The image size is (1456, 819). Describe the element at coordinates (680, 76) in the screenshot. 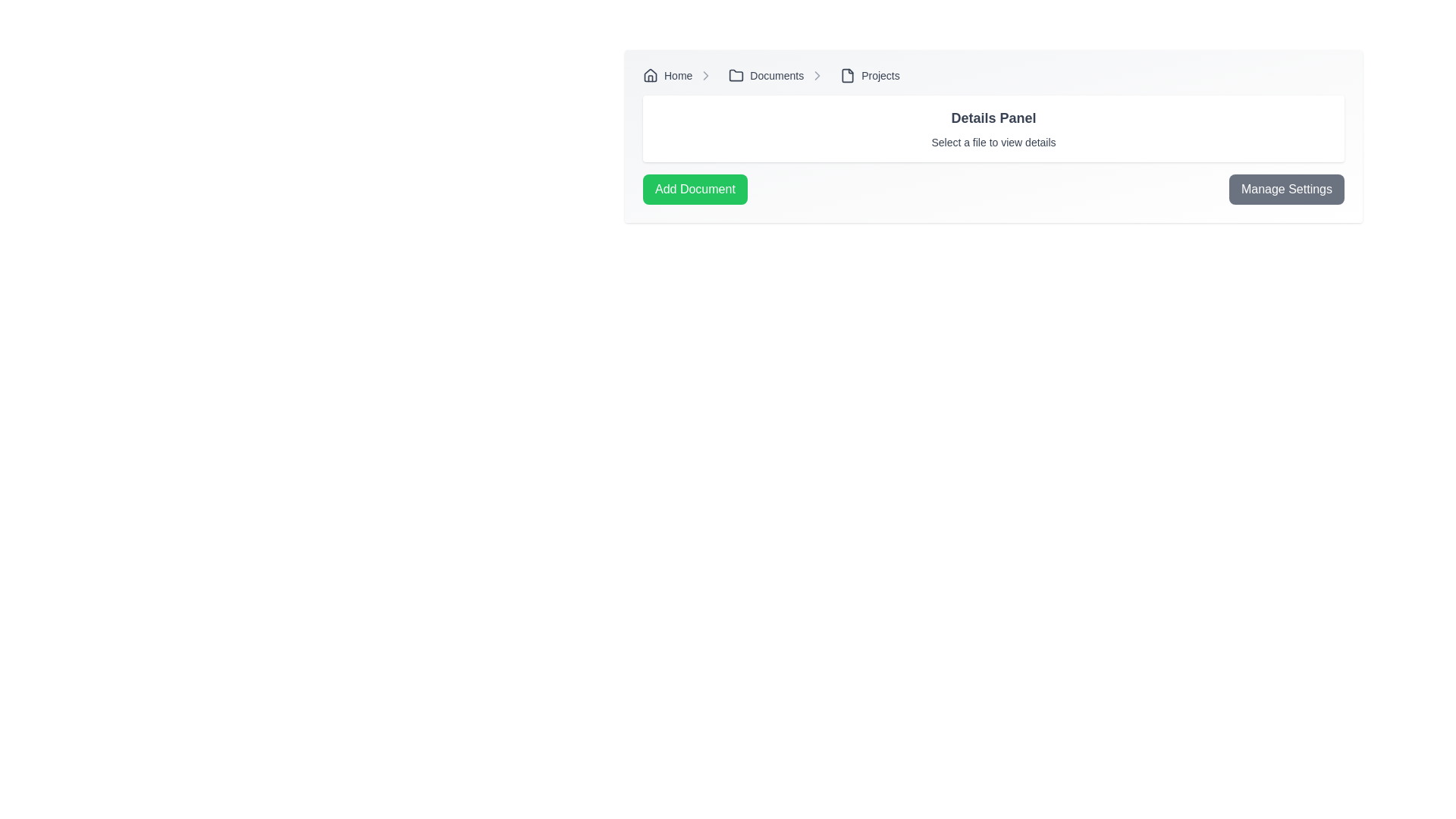

I see `the first Breadcrumb Link` at that location.